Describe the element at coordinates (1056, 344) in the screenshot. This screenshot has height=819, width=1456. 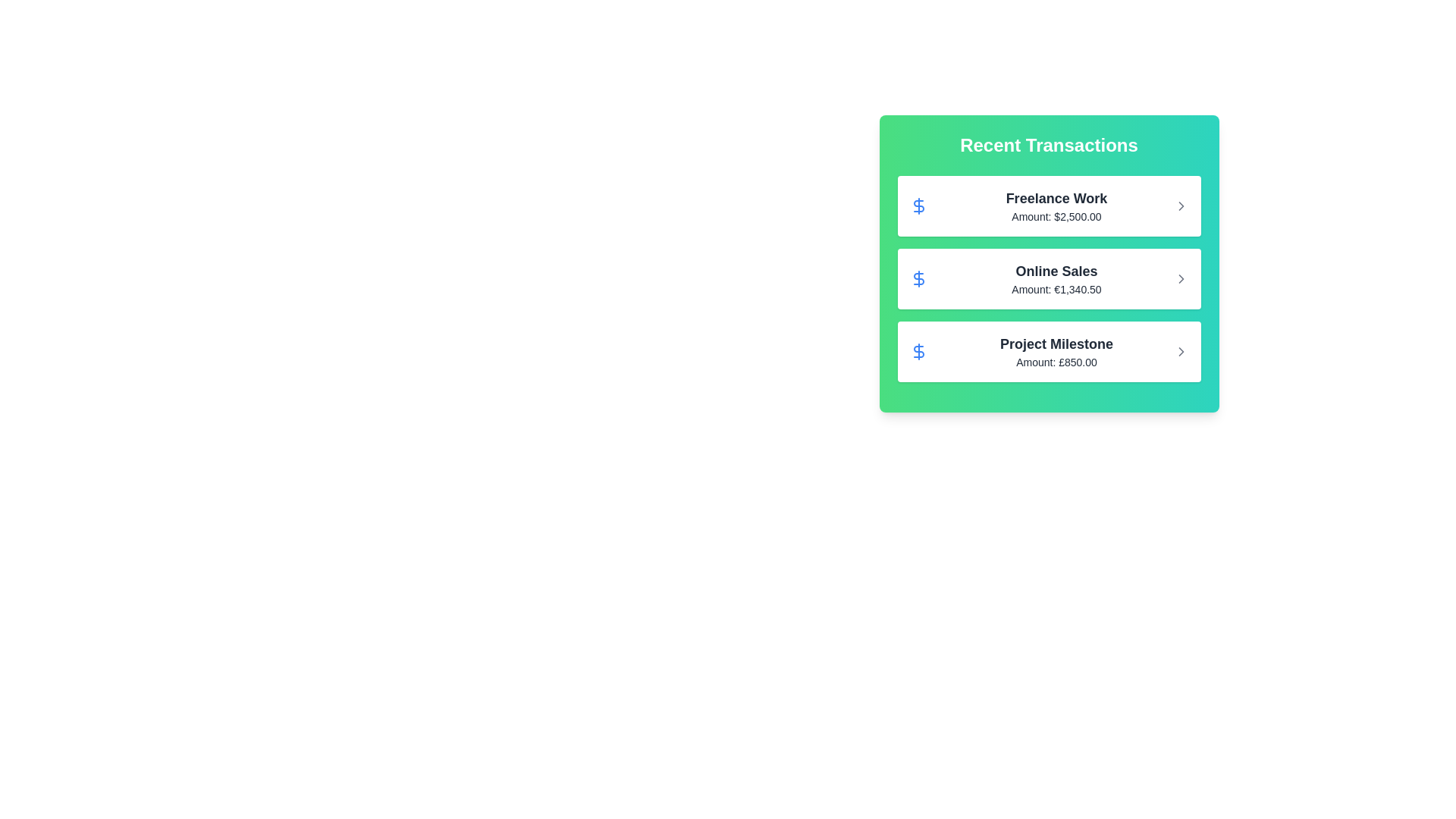
I see `the transaction using the text label located` at that location.